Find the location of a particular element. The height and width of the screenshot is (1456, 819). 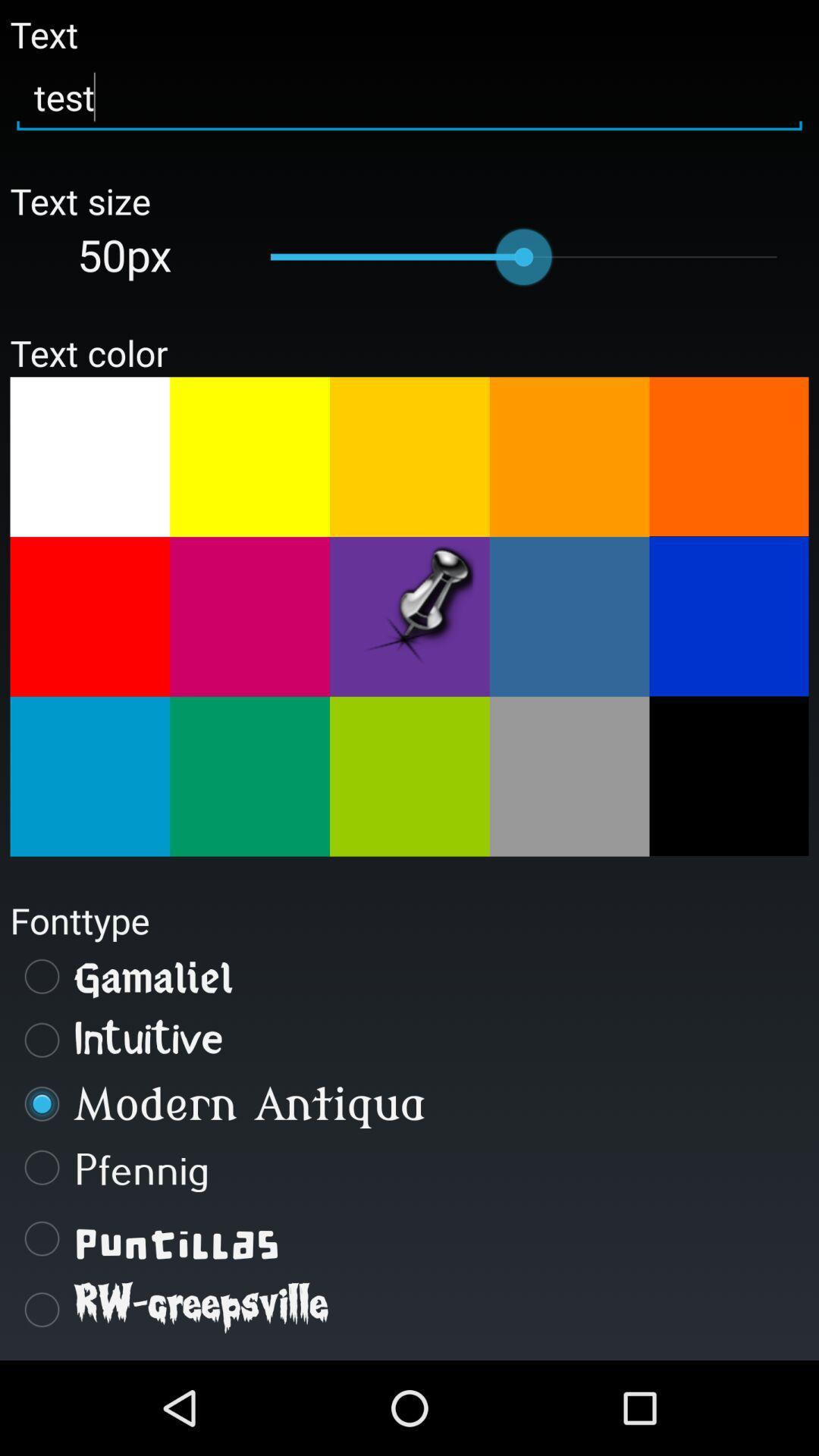

a choice for a text color is located at coordinates (89, 456).